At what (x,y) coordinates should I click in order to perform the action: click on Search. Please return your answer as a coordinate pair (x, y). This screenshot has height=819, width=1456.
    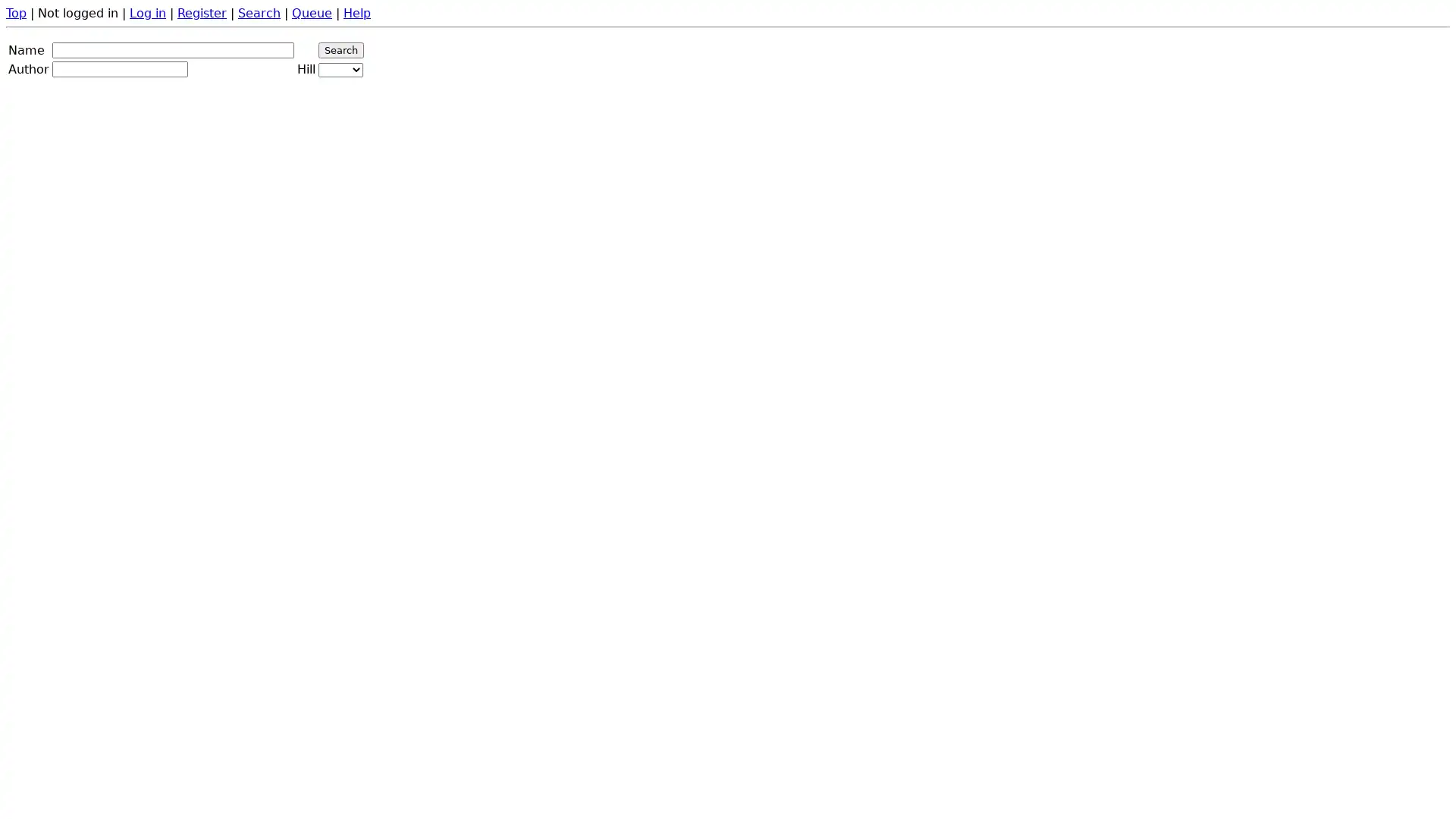
    Looking at the image, I should click on (340, 49).